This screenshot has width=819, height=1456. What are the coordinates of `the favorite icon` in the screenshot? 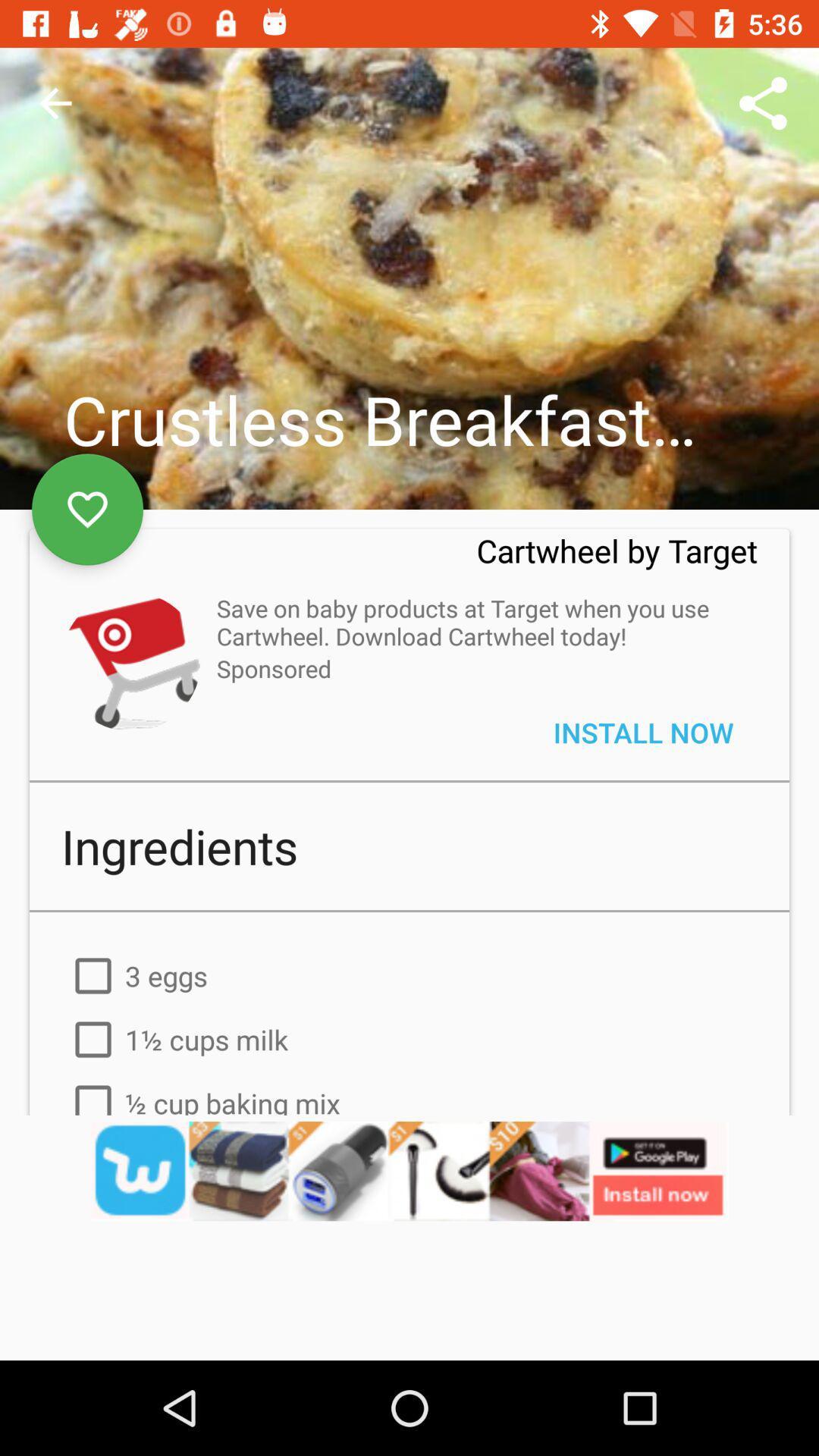 It's located at (87, 510).